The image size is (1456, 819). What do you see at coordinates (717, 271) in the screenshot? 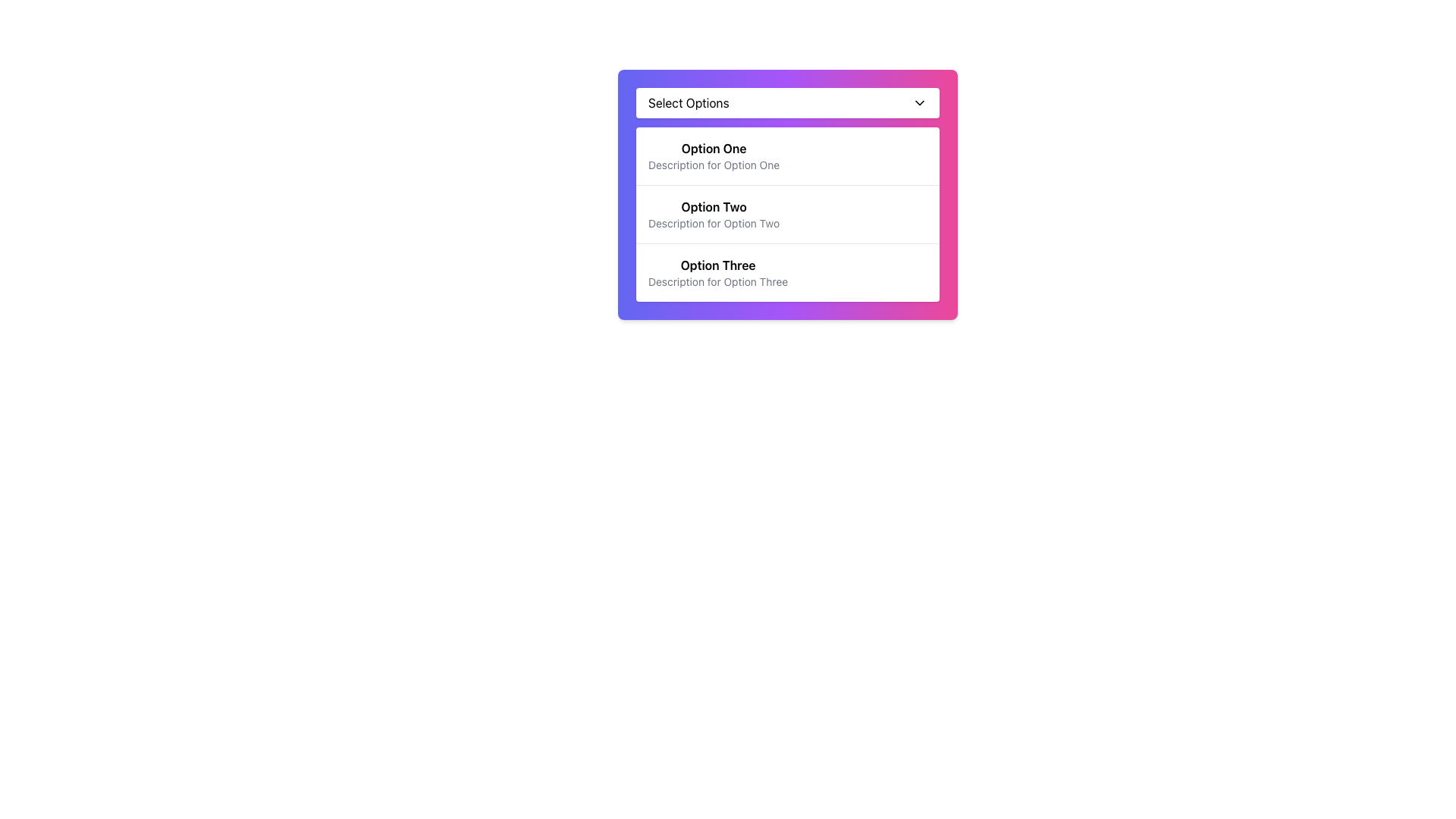
I see `the third selectable option in the dropdown menu` at bounding box center [717, 271].